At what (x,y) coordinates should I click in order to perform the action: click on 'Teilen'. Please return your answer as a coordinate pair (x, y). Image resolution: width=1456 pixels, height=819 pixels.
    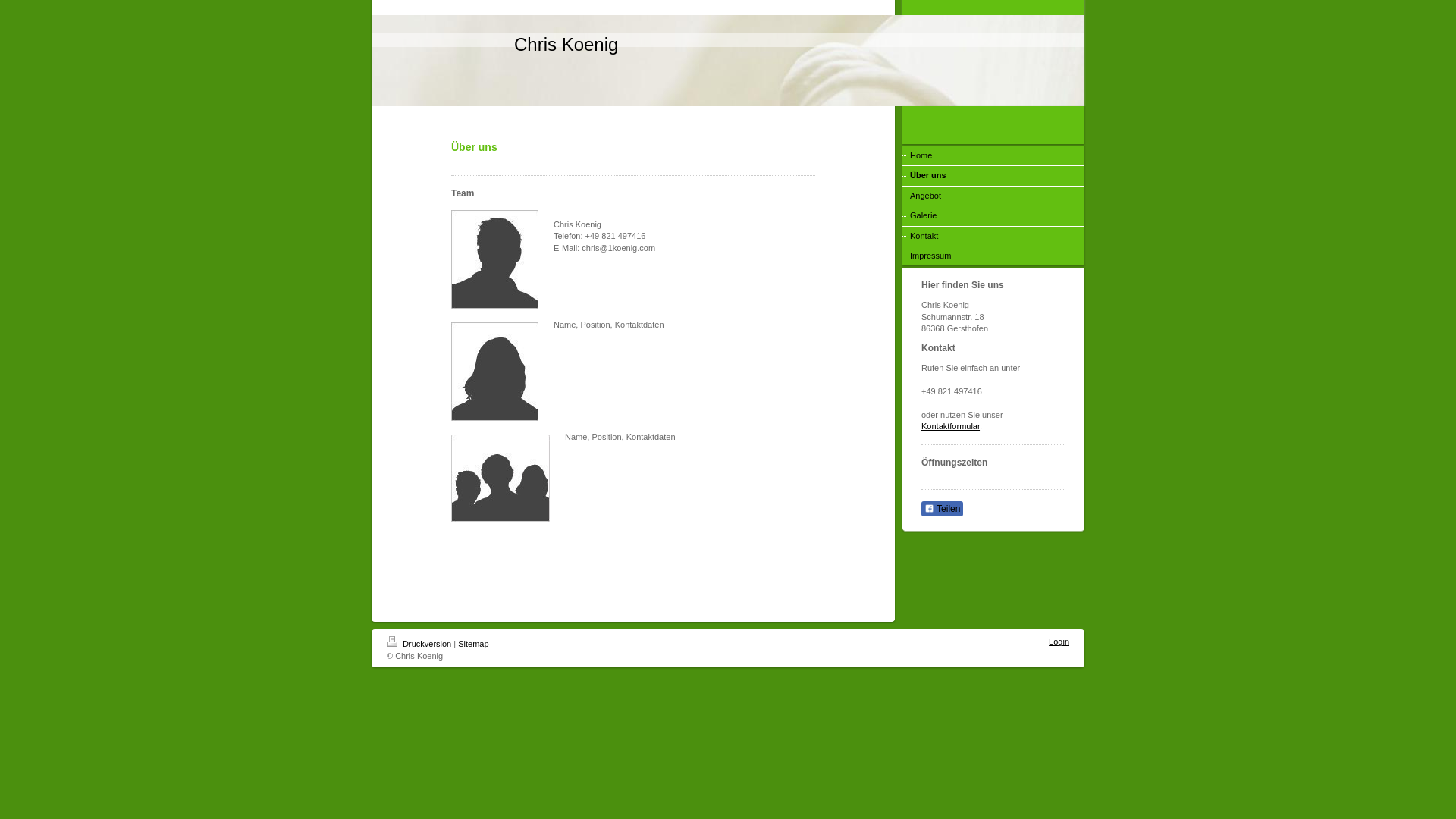
    Looking at the image, I should click on (920, 508).